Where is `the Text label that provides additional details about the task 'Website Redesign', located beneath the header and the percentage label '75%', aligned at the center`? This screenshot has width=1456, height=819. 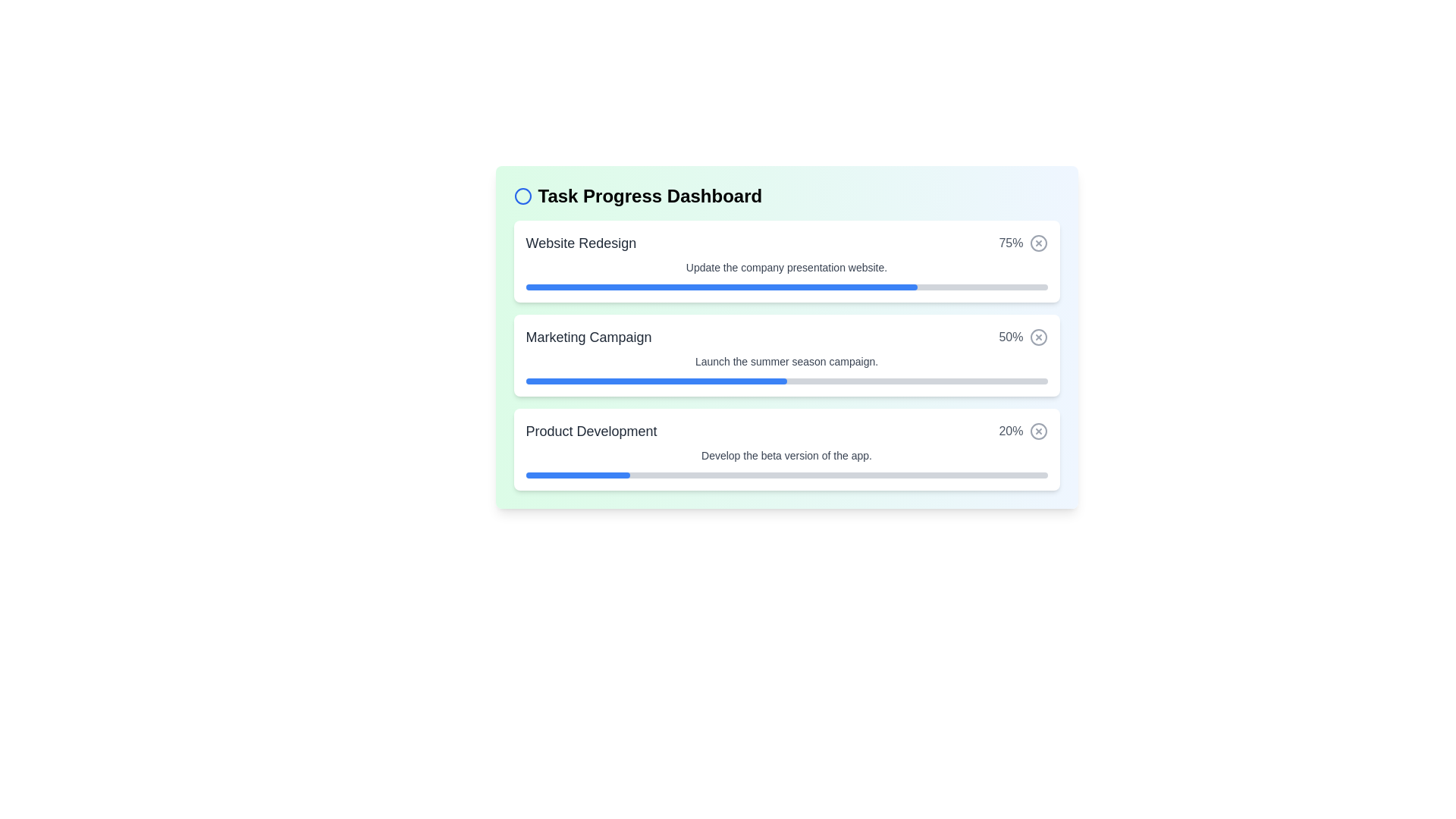 the Text label that provides additional details about the task 'Website Redesign', located beneath the header and the percentage label '75%', aligned at the center is located at coordinates (786, 267).